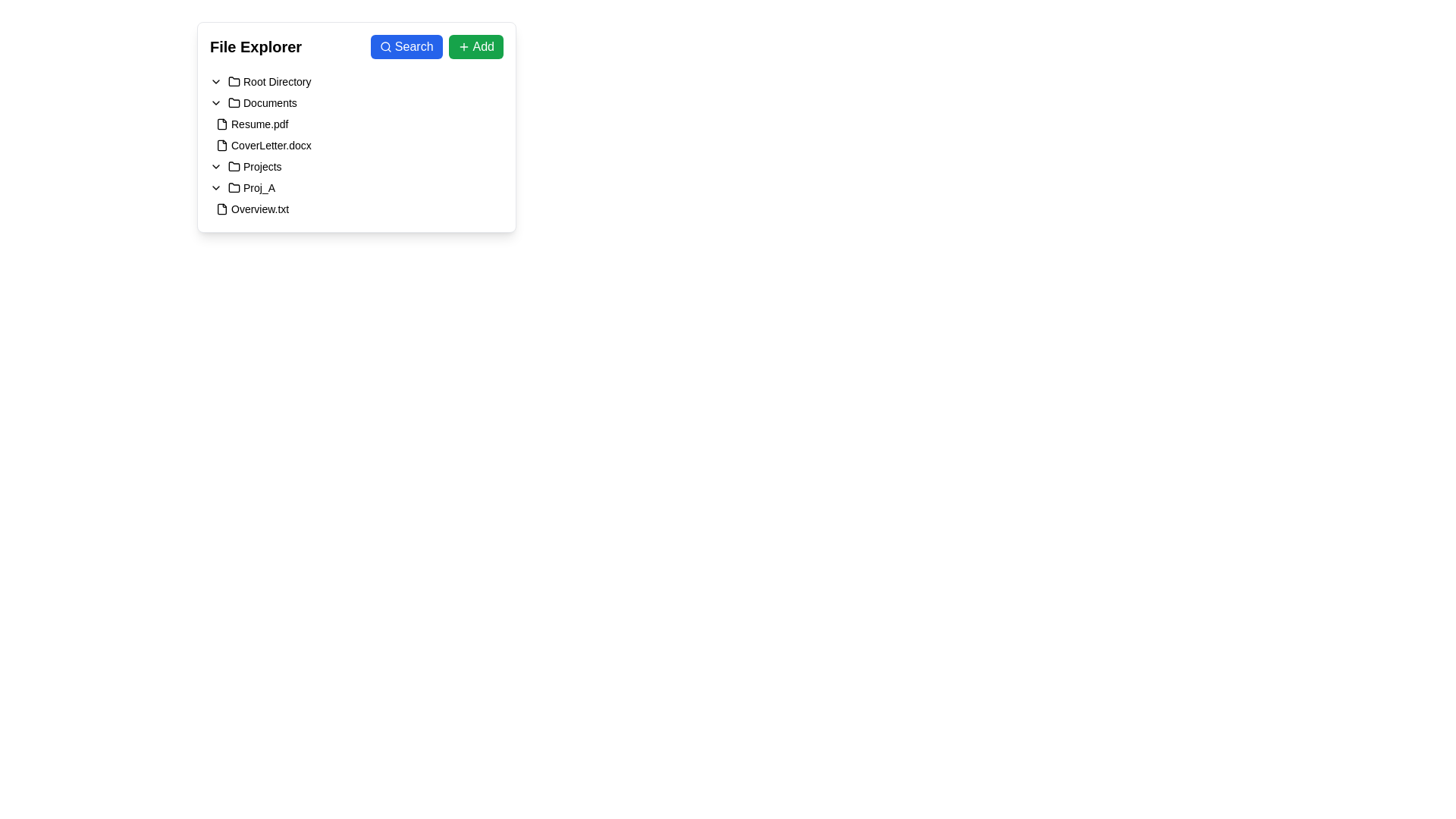  What do you see at coordinates (215, 166) in the screenshot?
I see `the Chevron Down icon located to the left of the 'Projects' label in the file explorer interface` at bounding box center [215, 166].